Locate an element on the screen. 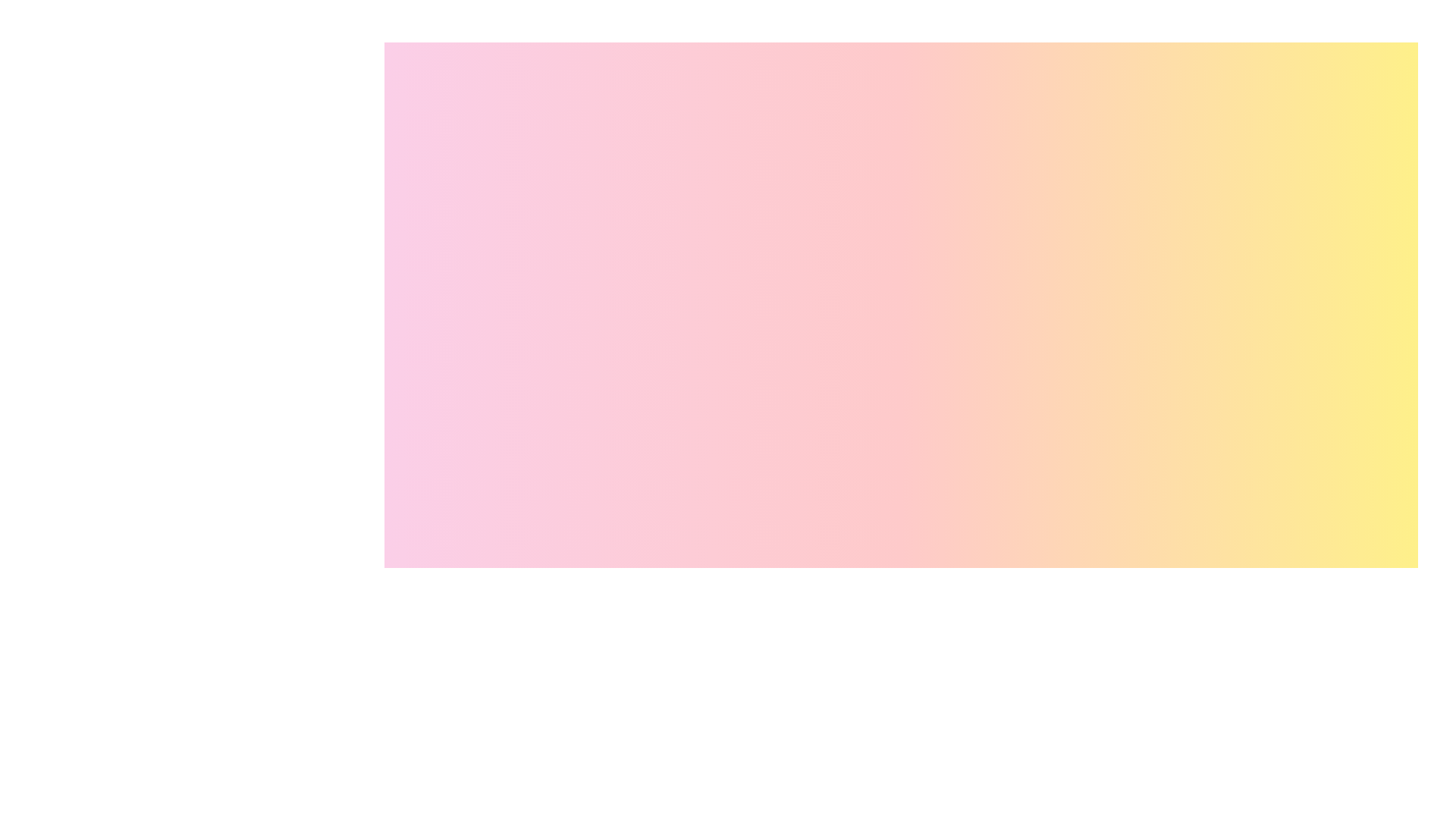 The image size is (1456, 819). the menu item Nearby from the ExploreSpeedDial component is located at coordinates (1392, 631).